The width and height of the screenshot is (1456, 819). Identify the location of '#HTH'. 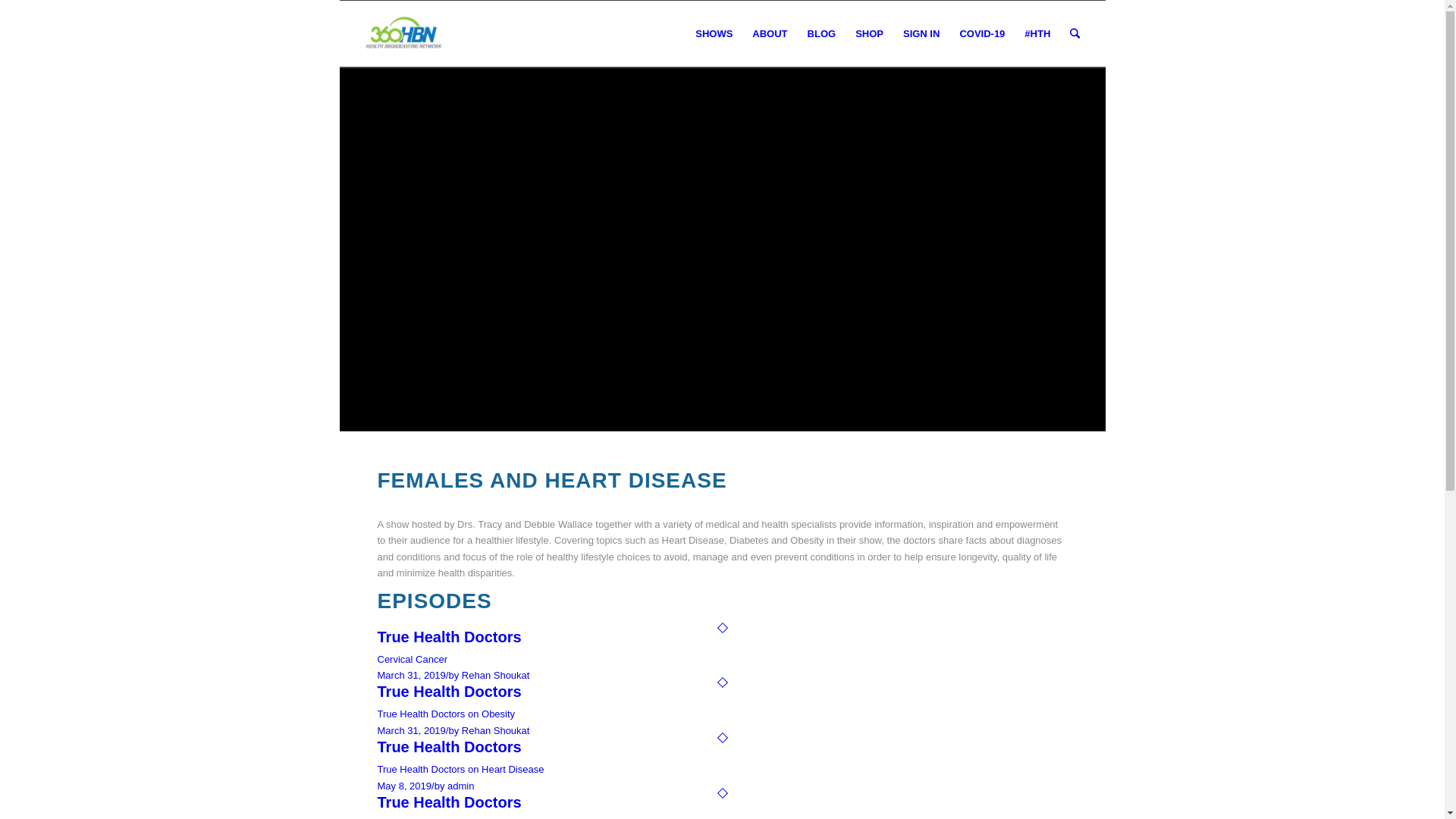
(1037, 34).